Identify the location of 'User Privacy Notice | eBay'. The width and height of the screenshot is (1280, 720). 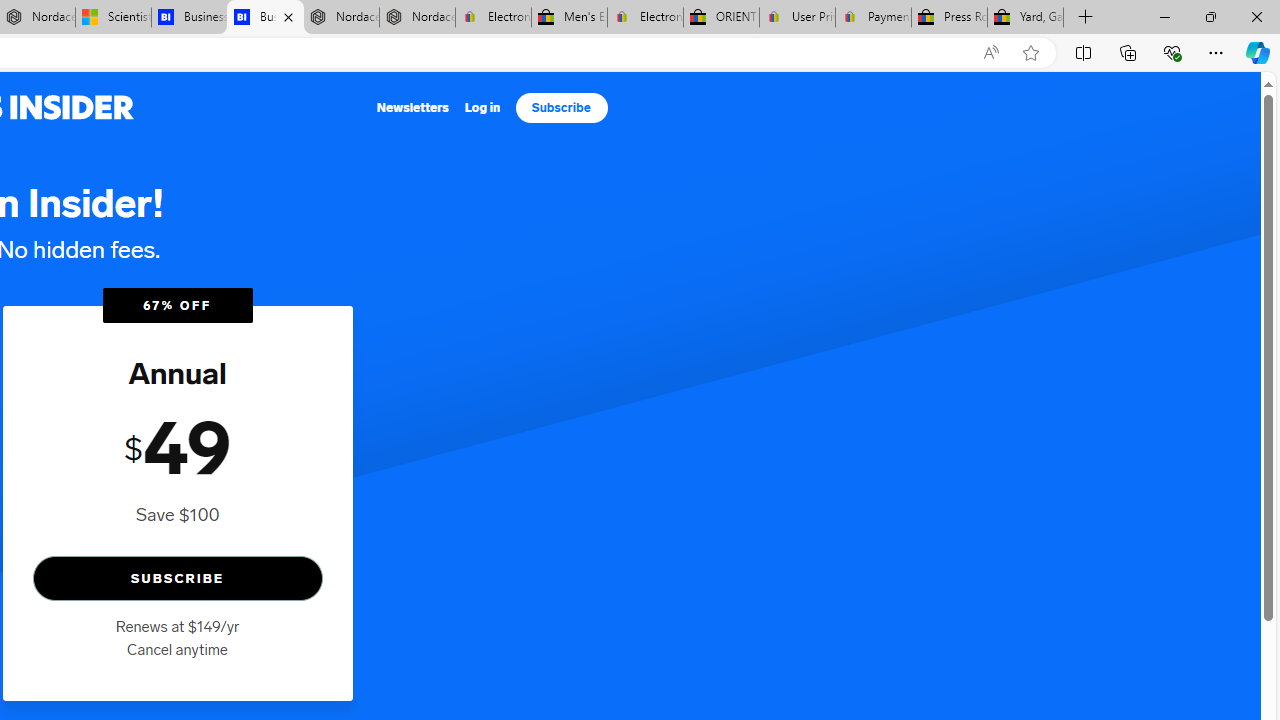
(796, 17).